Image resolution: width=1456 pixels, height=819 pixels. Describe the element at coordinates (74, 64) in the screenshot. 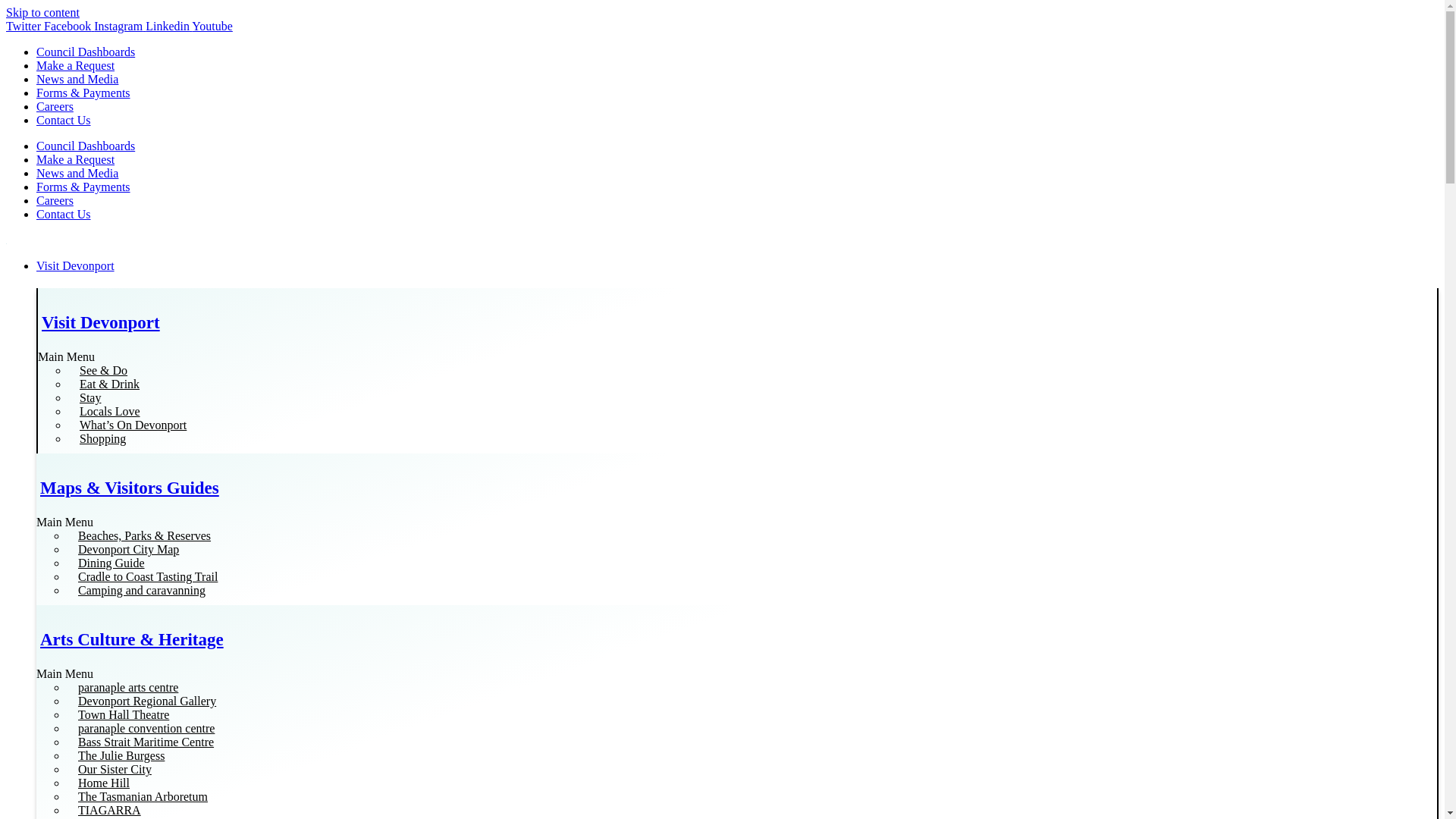

I see `'Make a Request'` at that location.